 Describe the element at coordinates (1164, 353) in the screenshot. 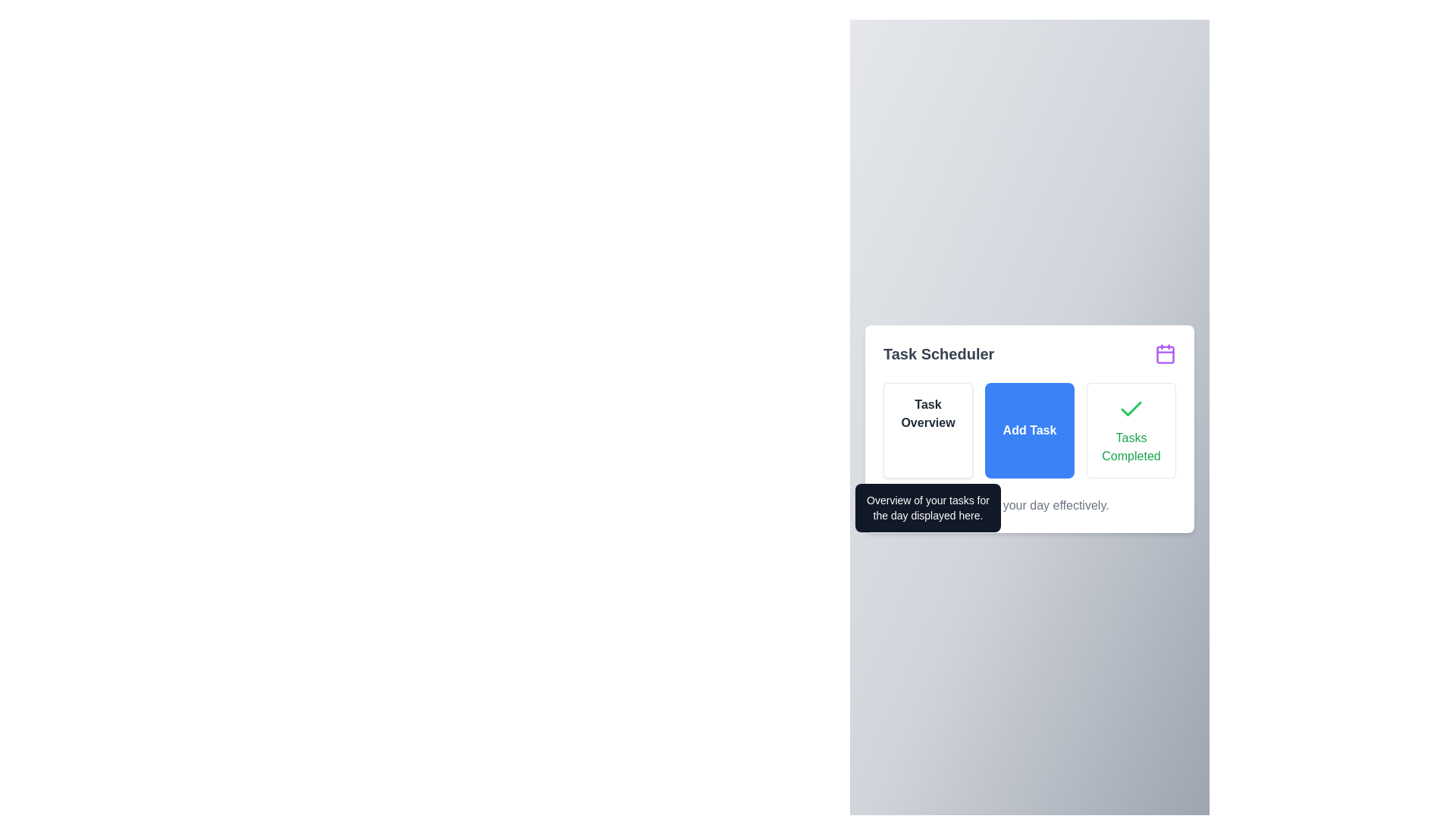

I see `the calendar icon located at the top-right corner of the Task Scheduler component` at that location.